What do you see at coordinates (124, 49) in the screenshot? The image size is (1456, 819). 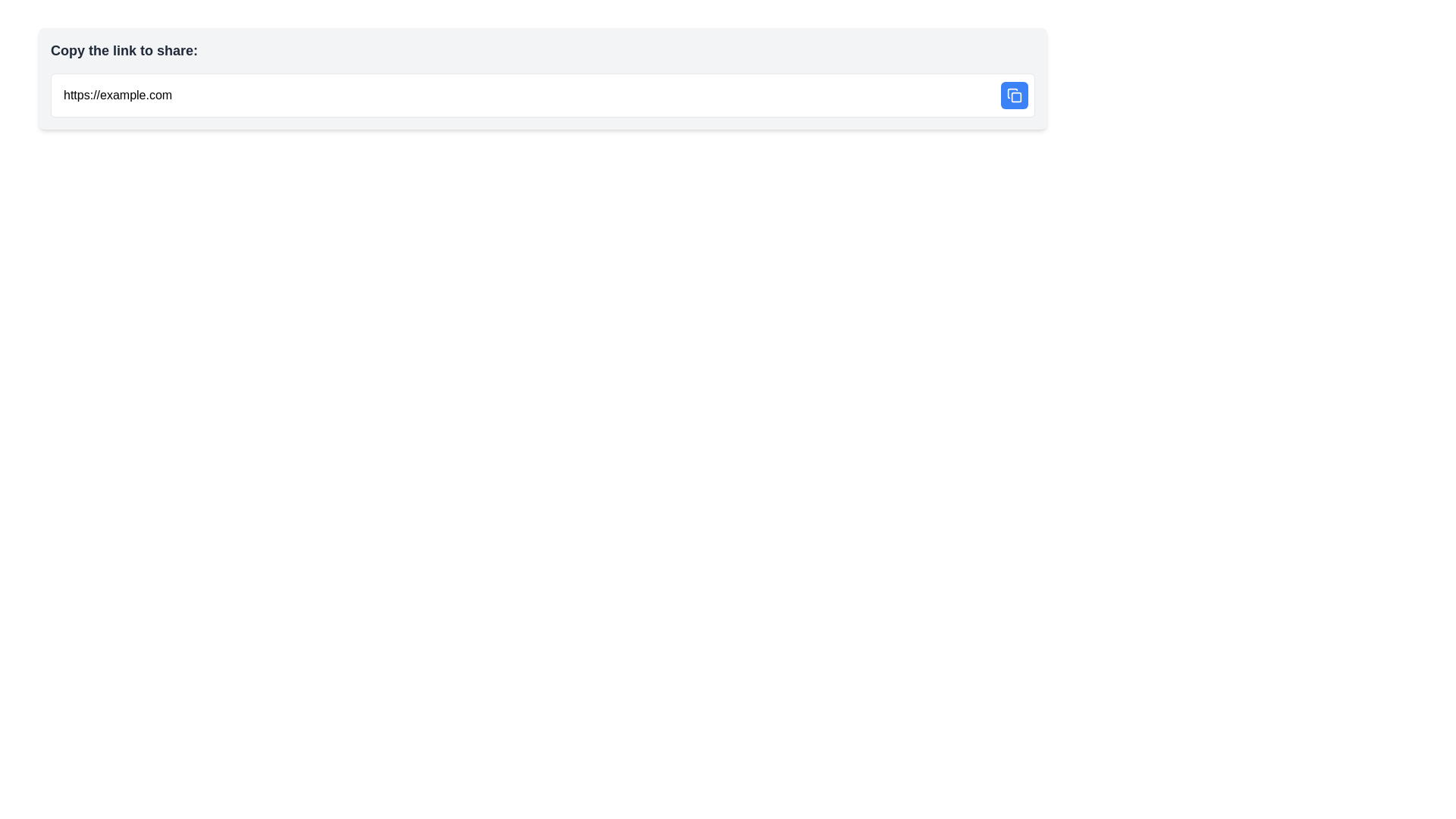 I see `displayed text from the label that says 'Copy the link to share:' positioned at the top left of the interface above the text input field` at bounding box center [124, 49].